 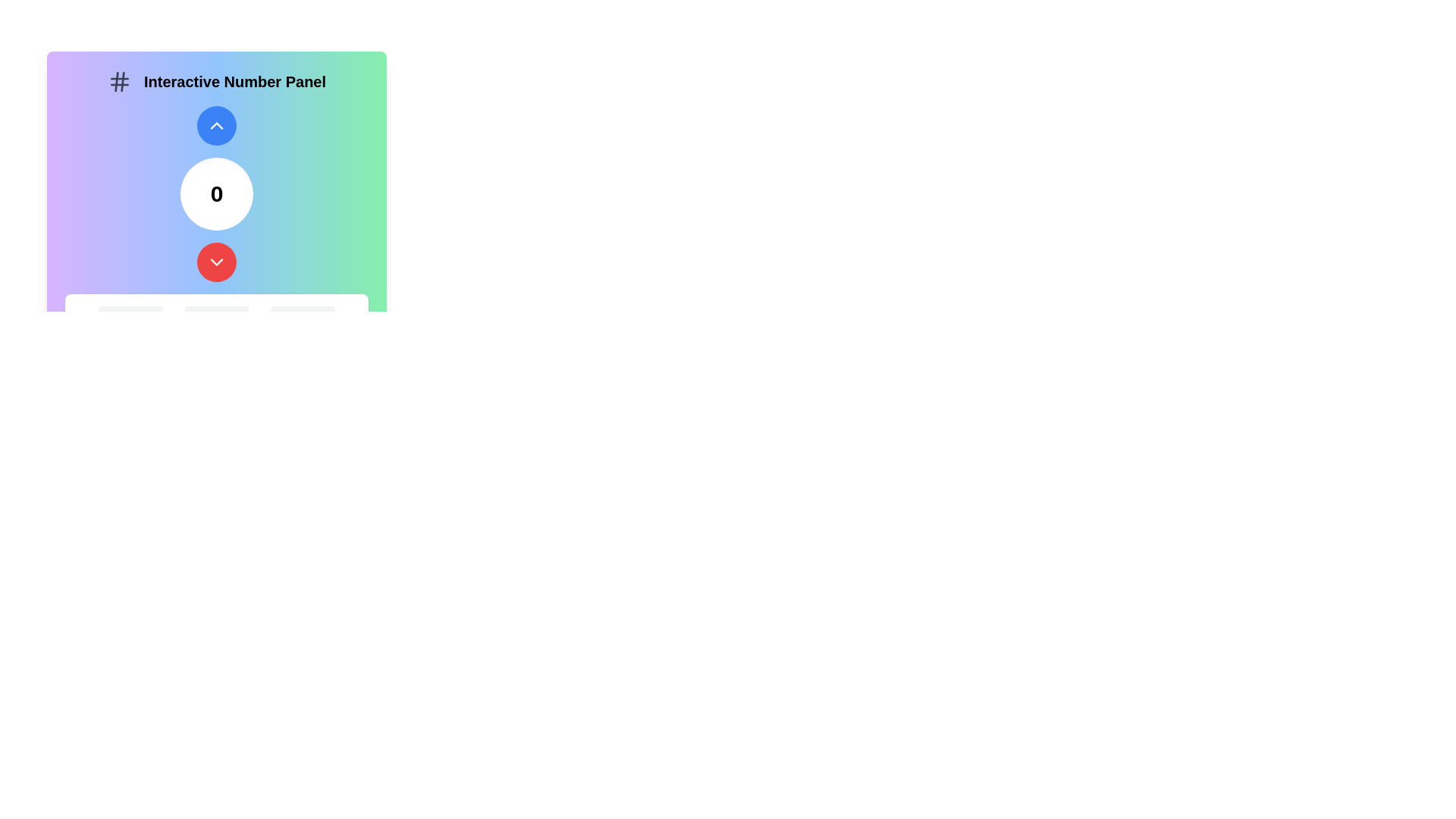 I want to click on the selectable button representing 'Option 3', so click(x=303, y=318).